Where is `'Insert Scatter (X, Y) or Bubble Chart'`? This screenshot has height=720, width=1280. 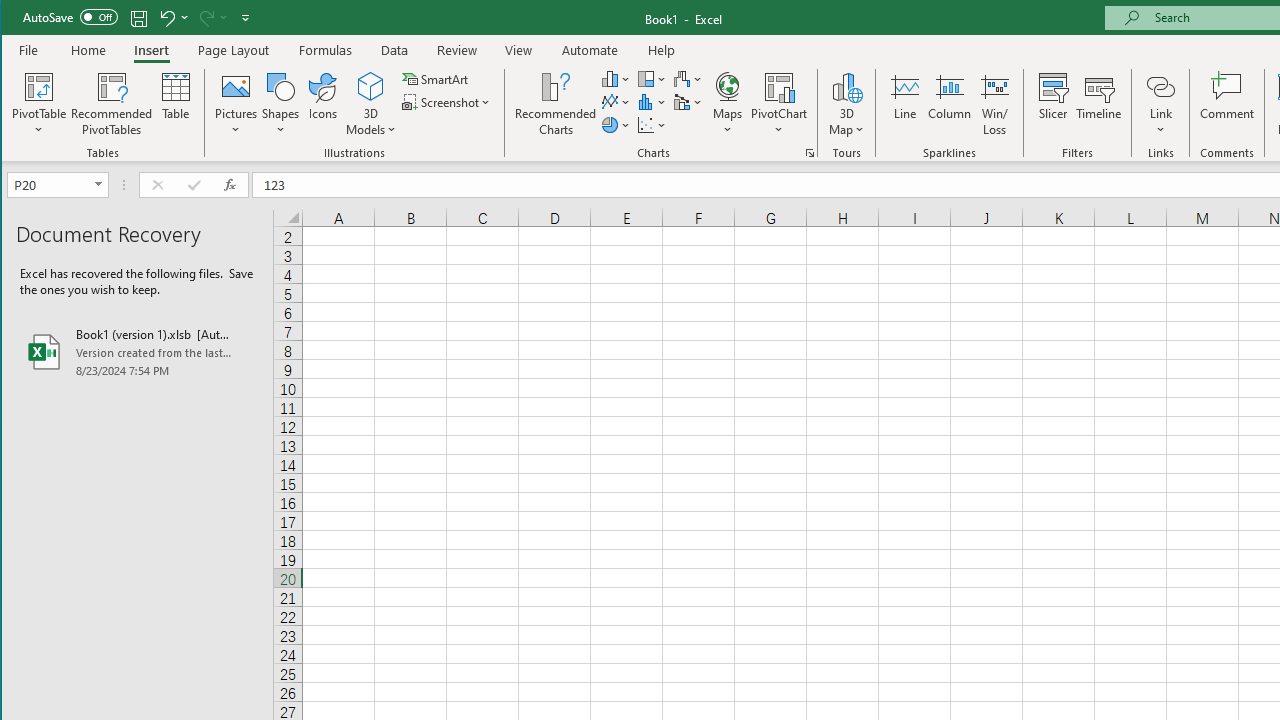 'Insert Scatter (X, Y) or Bubble Chart' is located at coordinates (652, 125).